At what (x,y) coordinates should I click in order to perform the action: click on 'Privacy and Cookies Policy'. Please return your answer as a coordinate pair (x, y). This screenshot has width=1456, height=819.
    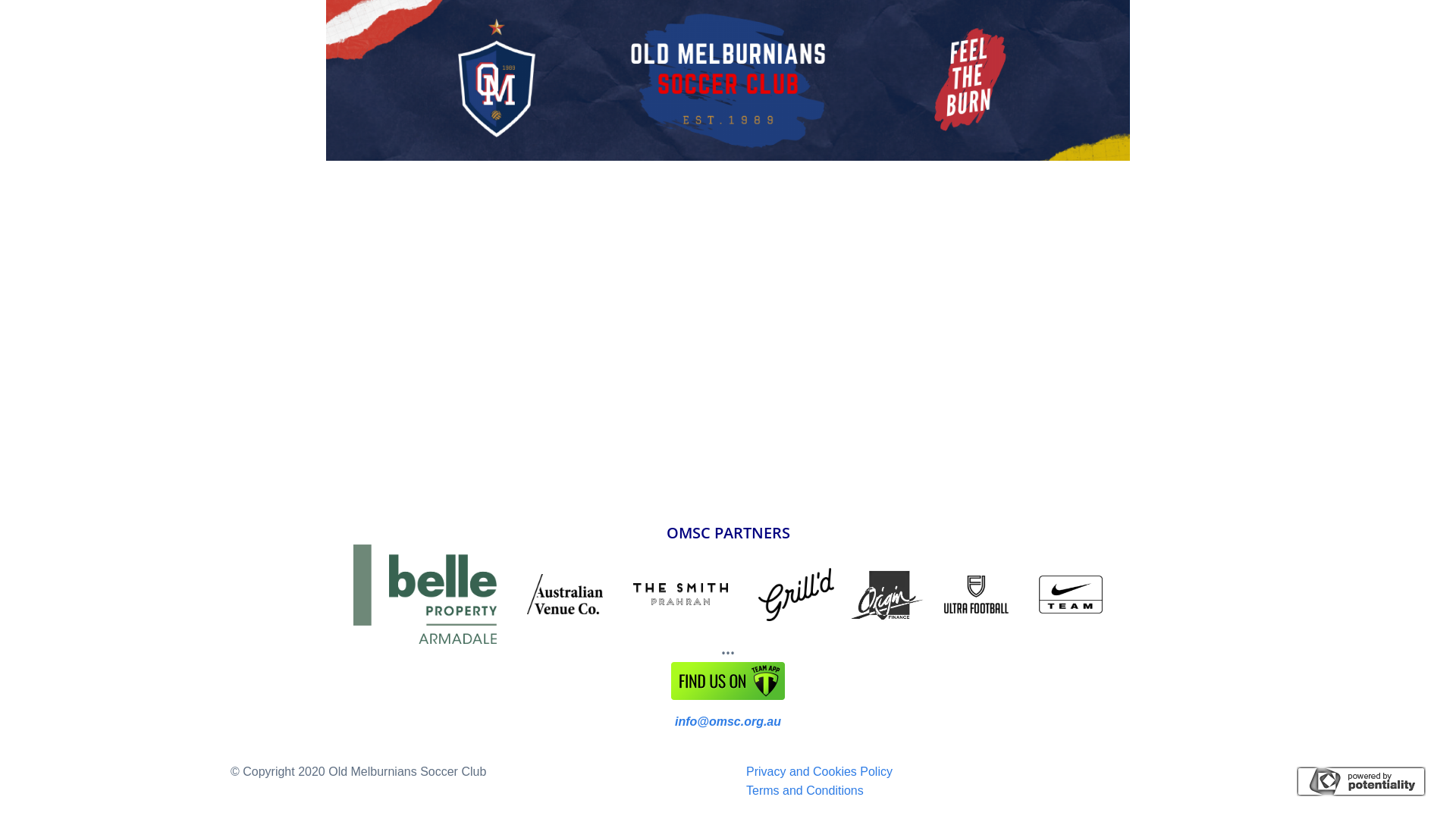
    Looking at the image, I should click on (818, 771).